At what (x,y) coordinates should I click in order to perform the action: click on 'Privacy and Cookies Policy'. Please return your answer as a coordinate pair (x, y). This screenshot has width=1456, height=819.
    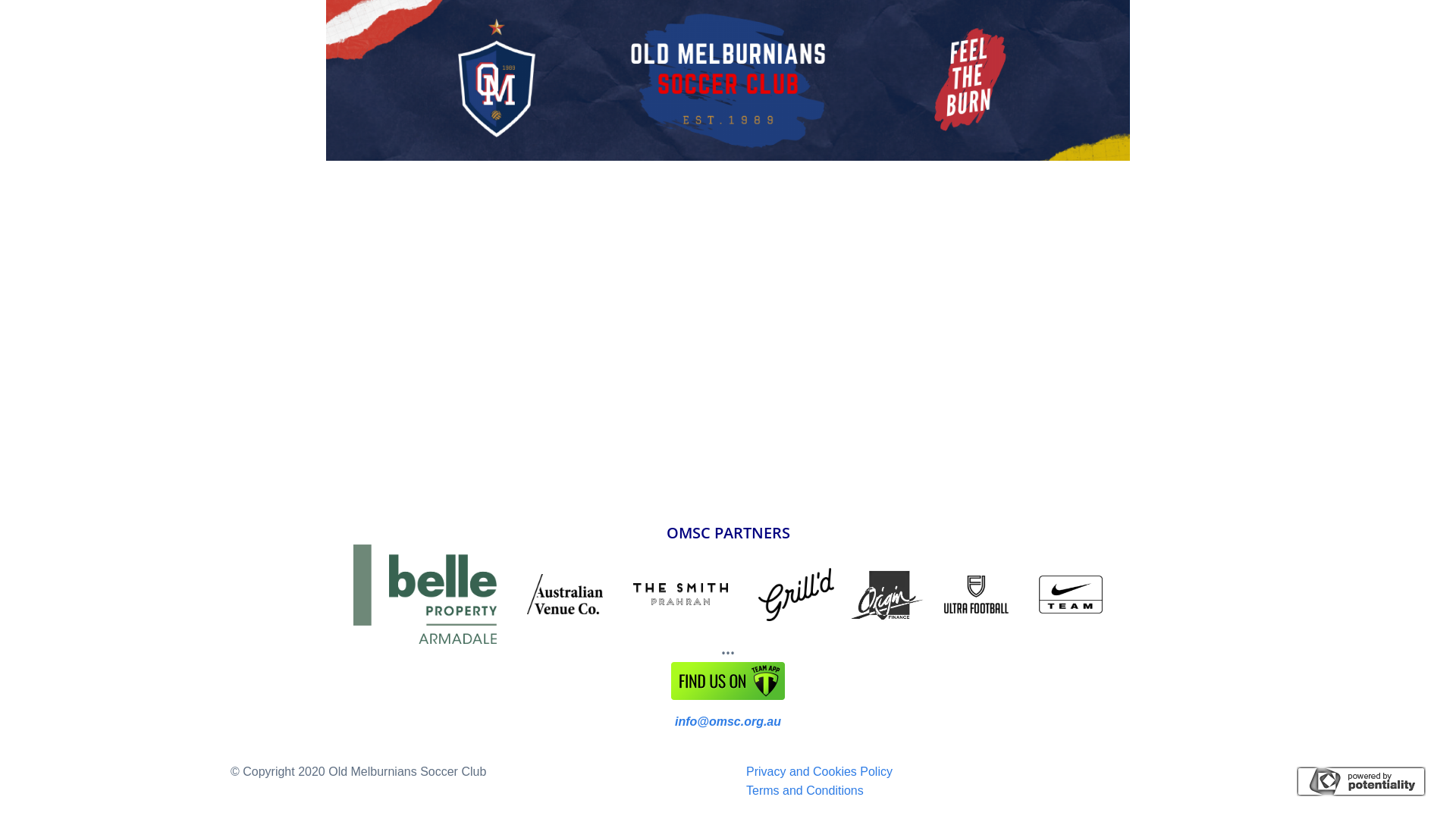
    Looking at the image, I should click on (818, 771).